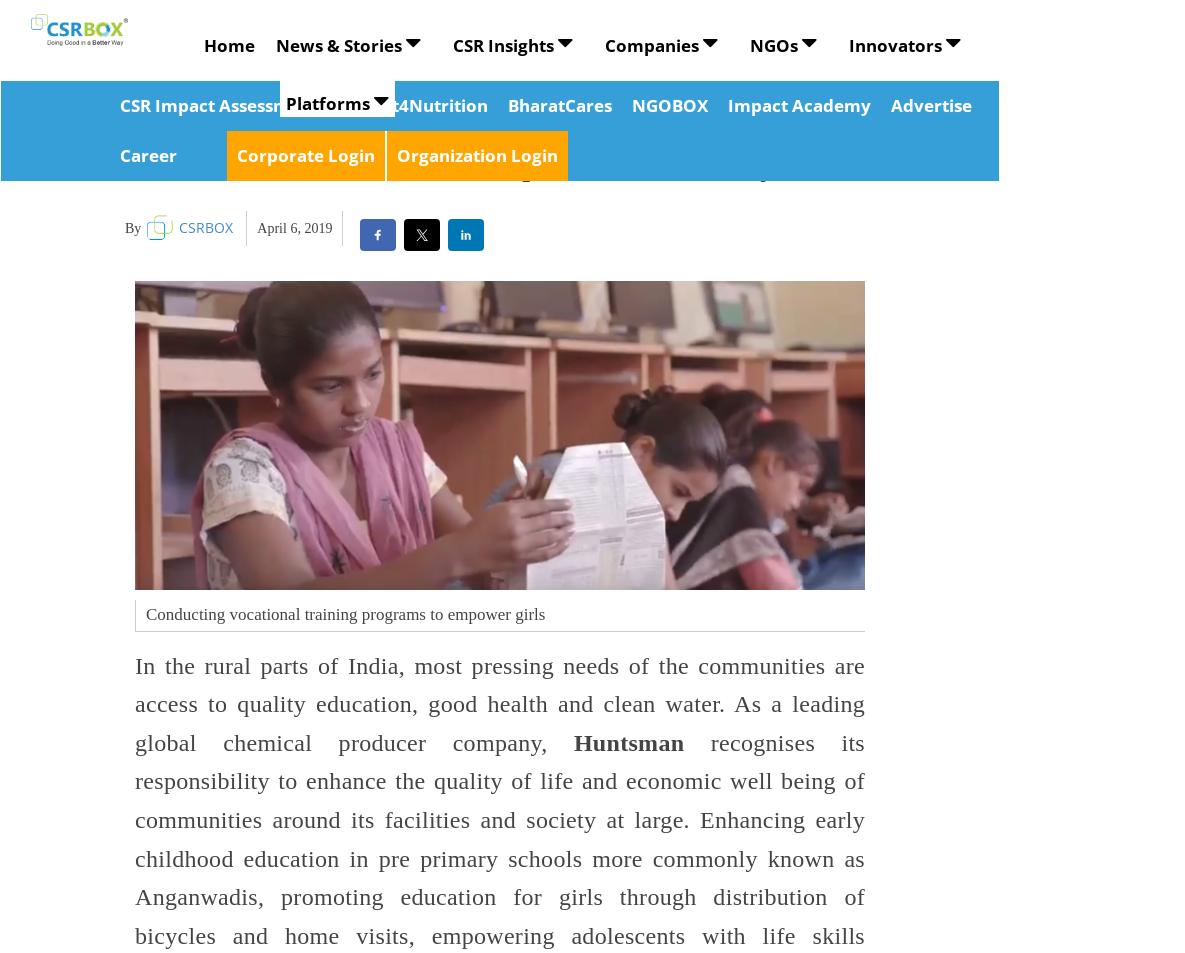 The width and height of the screenshot is (1185, 953). What do you see at coordinates (797, 104) in the screenshot?
I see `'Impact Academy'` at bounding box center [797, 104].